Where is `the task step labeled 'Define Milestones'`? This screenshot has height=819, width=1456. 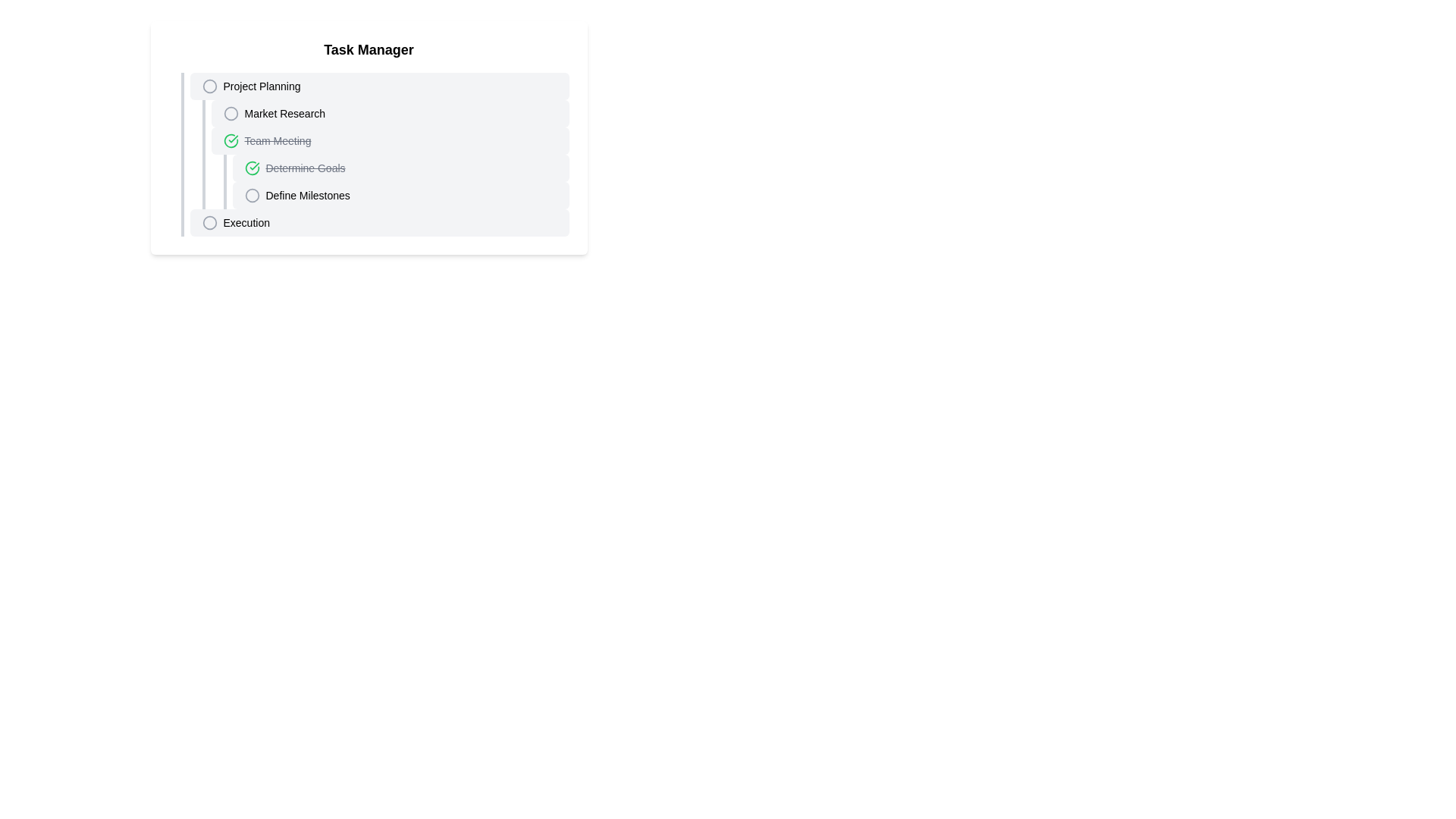 the task step labeled 'Define Milestones' is located at coordinates (396, 195).